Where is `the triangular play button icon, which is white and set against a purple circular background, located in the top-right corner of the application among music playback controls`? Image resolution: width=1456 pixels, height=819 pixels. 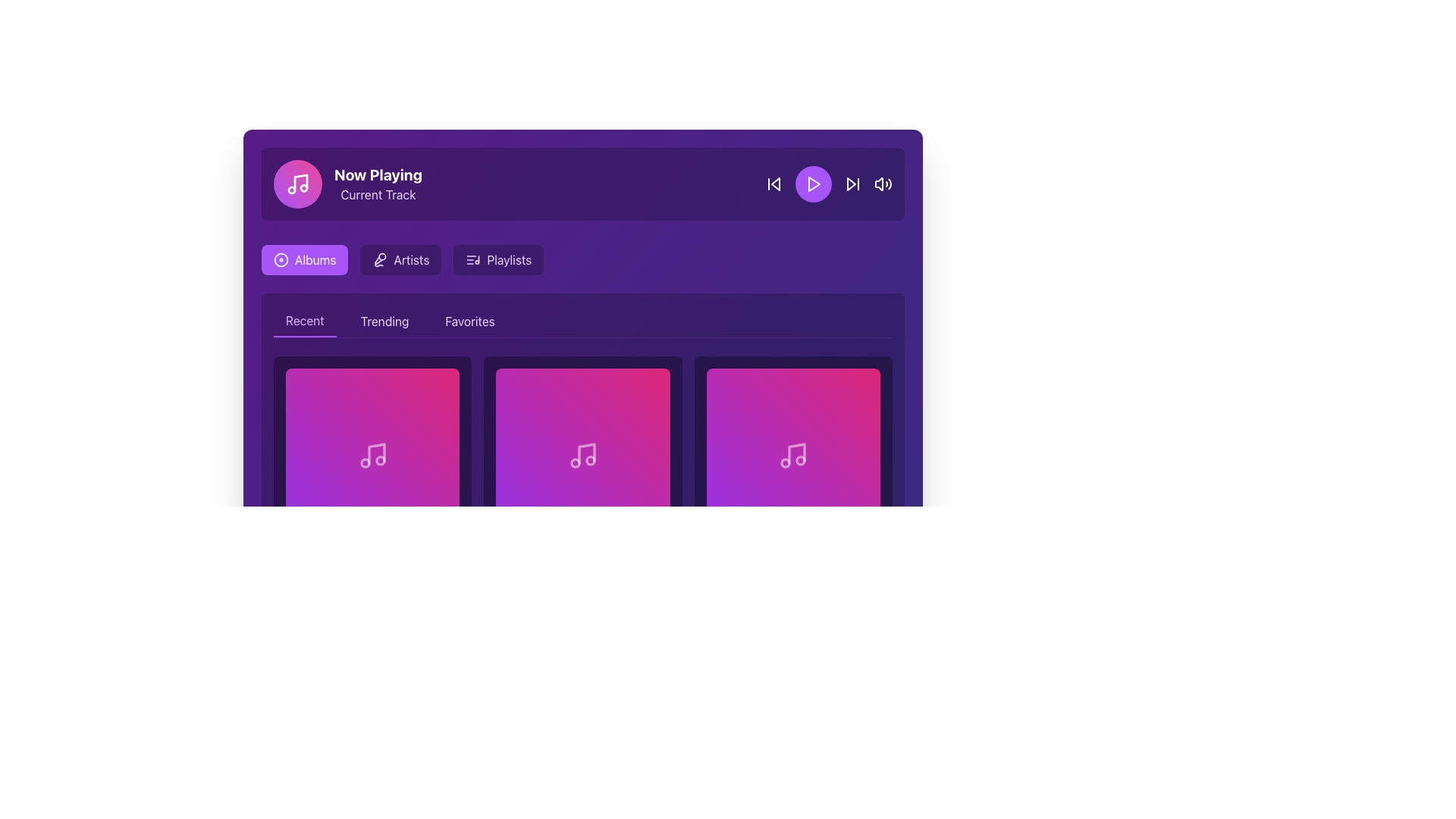
the triangular play button icon, which is white and set against a purple circular background, located in the top-right corner of the application among music playback controls is located at coordinates (814, 184).